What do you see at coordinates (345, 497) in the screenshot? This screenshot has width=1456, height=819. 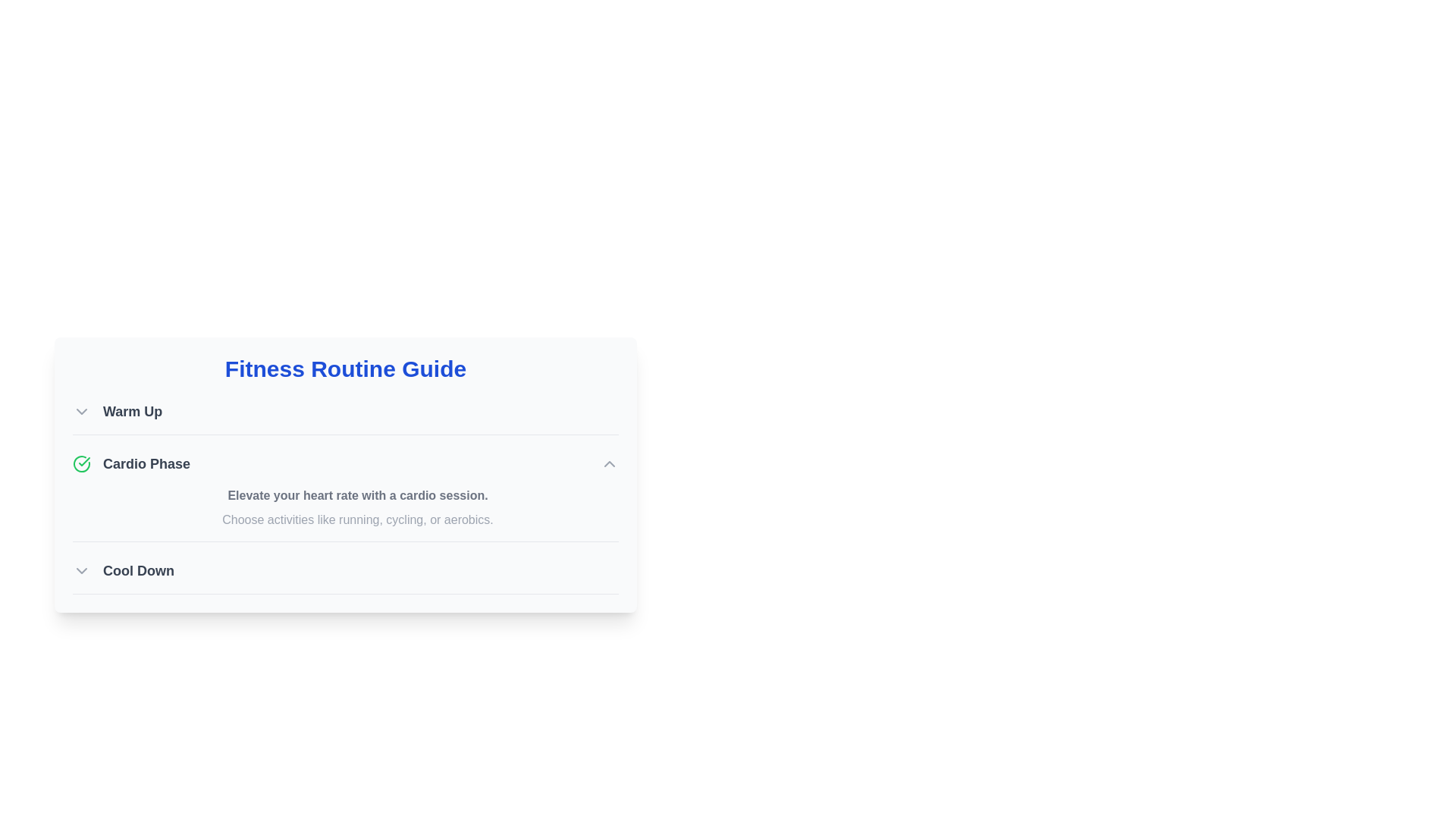 I see `the 'Cardio Phase' collapsible panel for accessibility` at bounding box center [345, 497].